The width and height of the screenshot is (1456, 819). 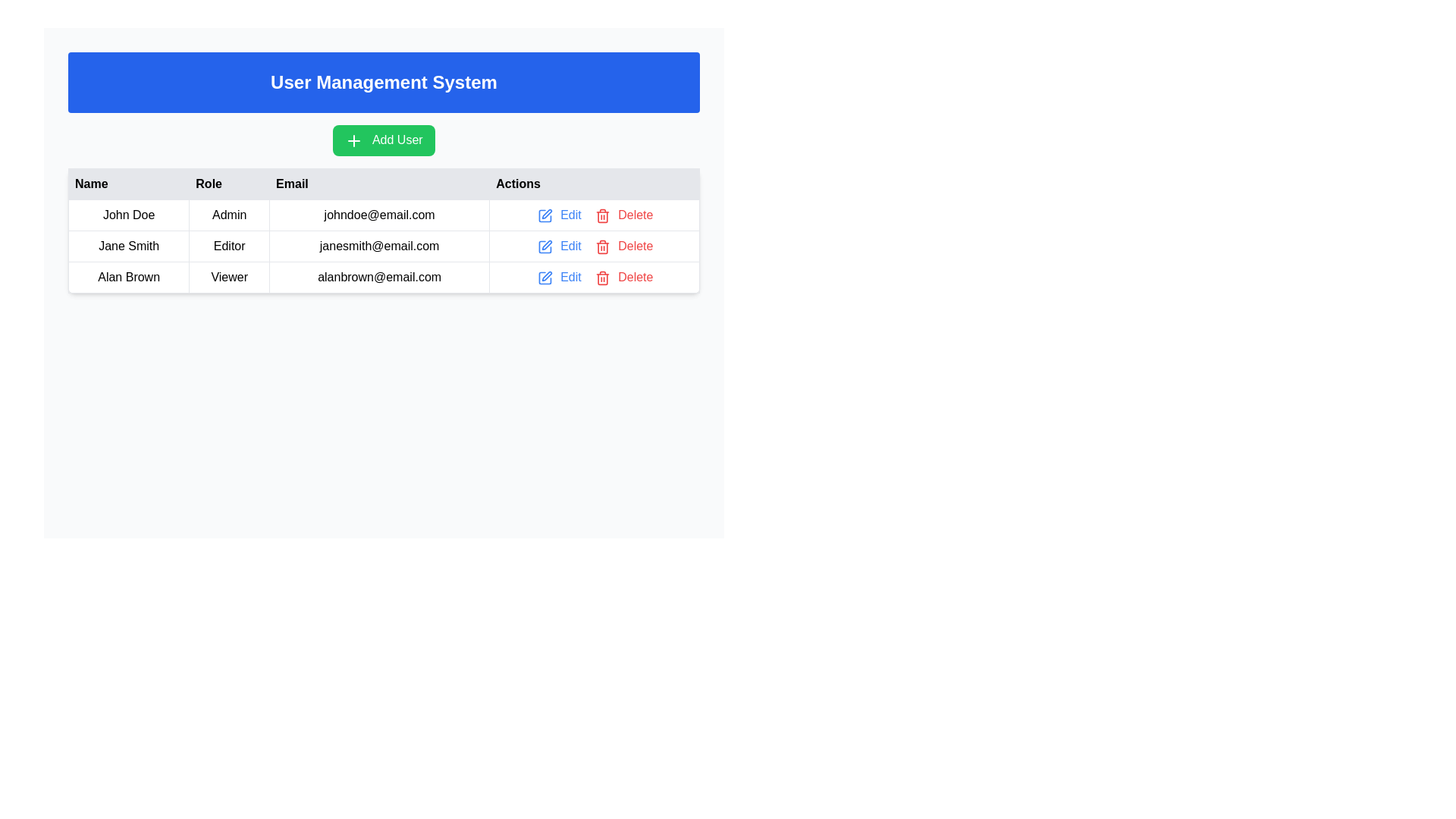 What do you see at coordinates (623, 277) in the screenshot?
I see `the delete button located in the 'Actions' cell of the row for user Alan Brown` at bounding box center [623, 277].